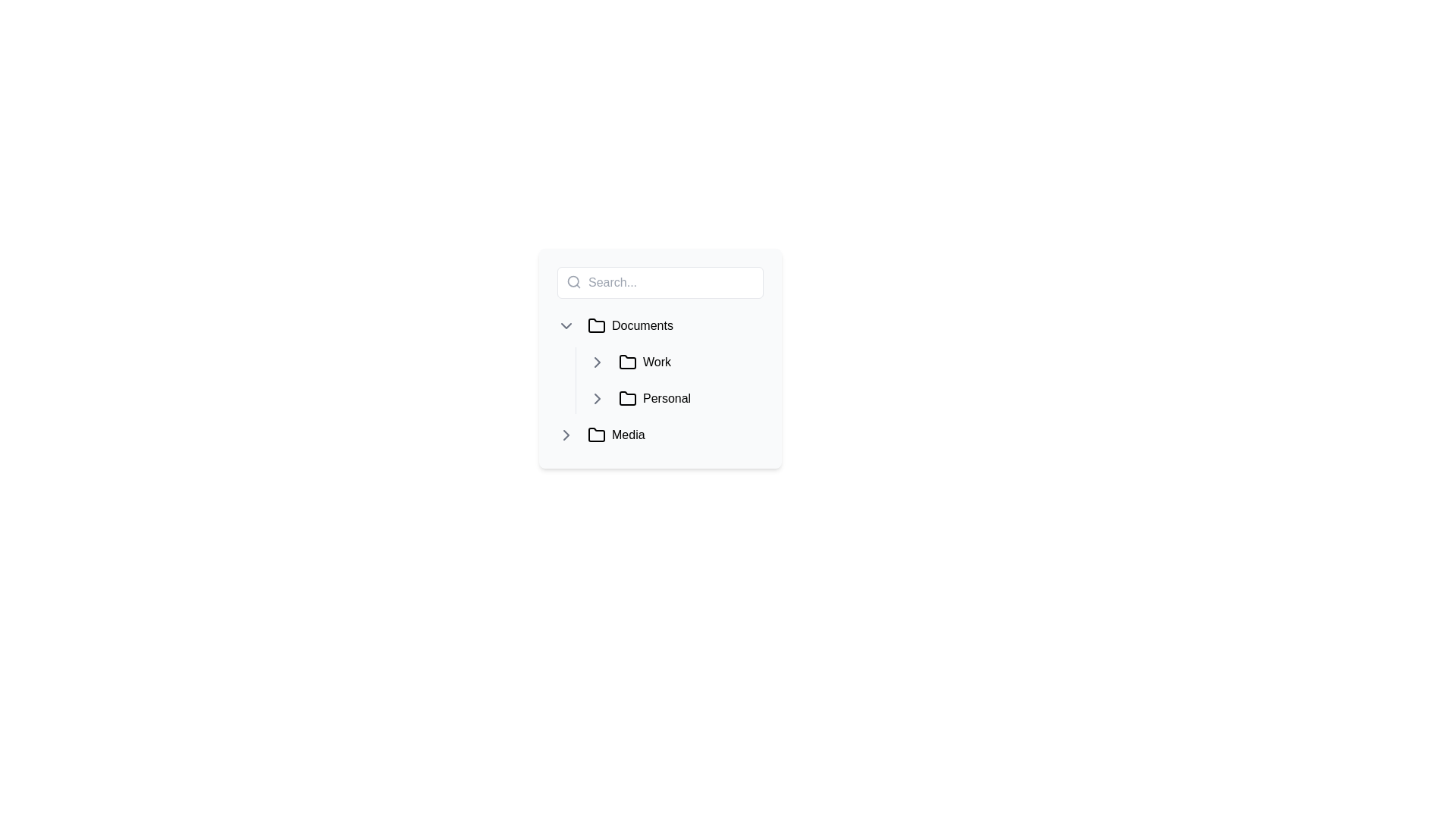 Image resolution: width=1456 pixels, height=819 pixels. Describe the element at coordinates (675, 362) in the screenshot. I see `the labeled folder named 'Work'` at that location.